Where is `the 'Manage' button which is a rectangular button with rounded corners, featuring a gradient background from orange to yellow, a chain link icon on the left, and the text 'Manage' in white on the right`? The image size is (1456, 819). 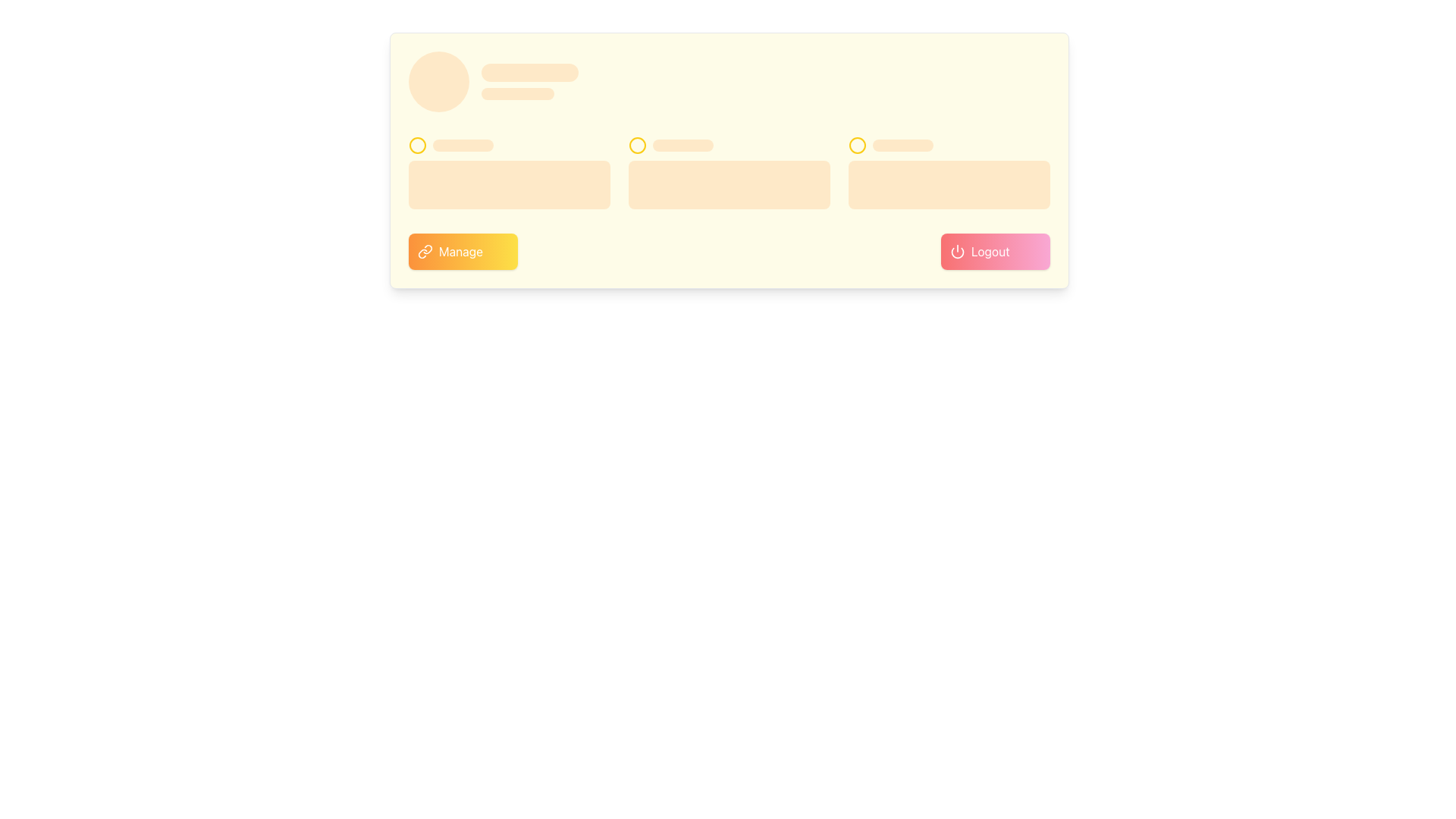
the 'Manage' button which is a rectangular button with rounded corners, featuring a gradient background from orange to yellow, a chain link icon on the left, and the text 'Manage' in white on the right is located at coordinates (462, 250).